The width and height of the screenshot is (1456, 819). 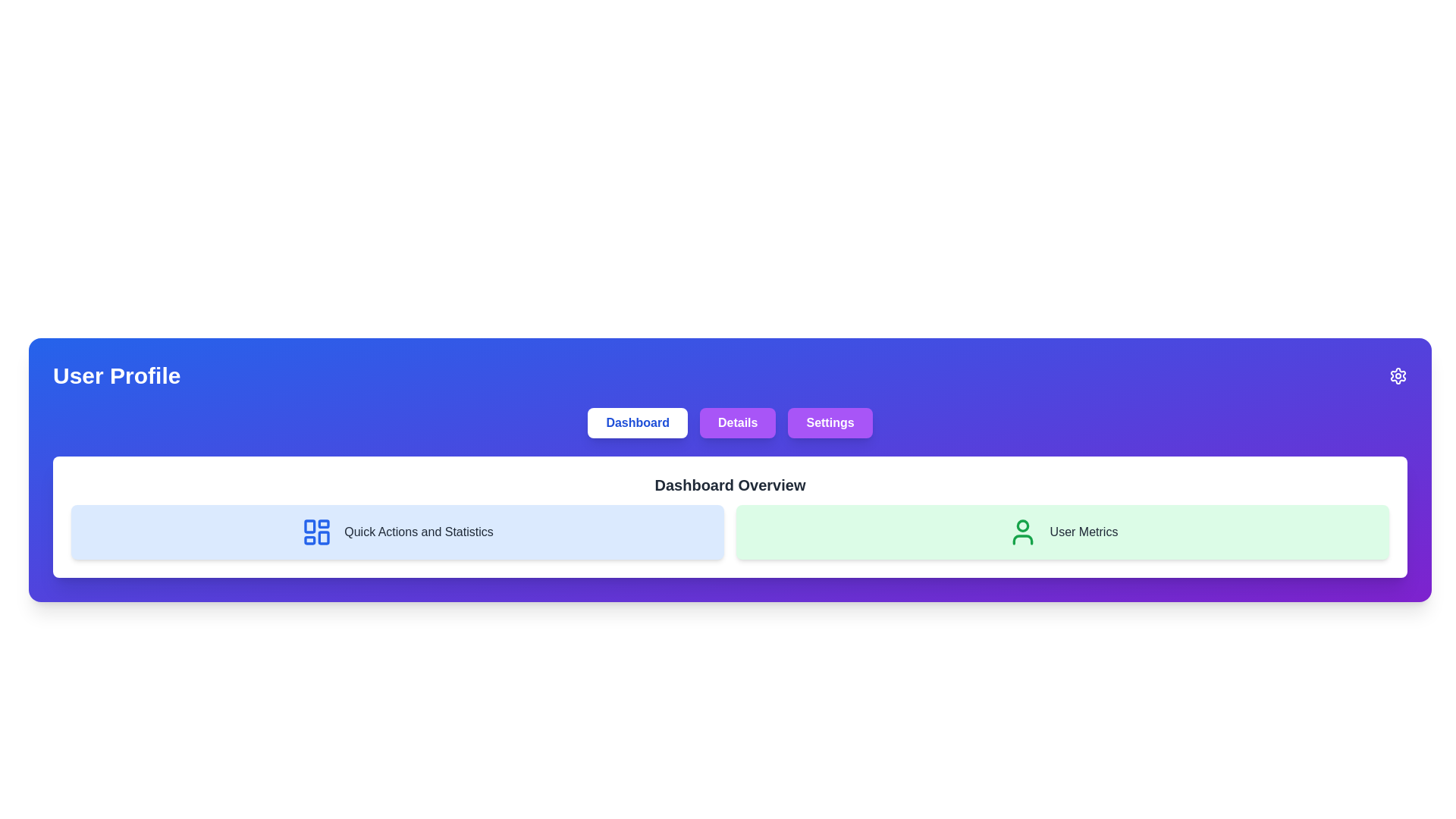 What do you see at coordinates (738, 423) in the screenshot?
I see `the central button located between the 'Dashboard' and 'Settings' buttons` at bounding box center [738, 423].